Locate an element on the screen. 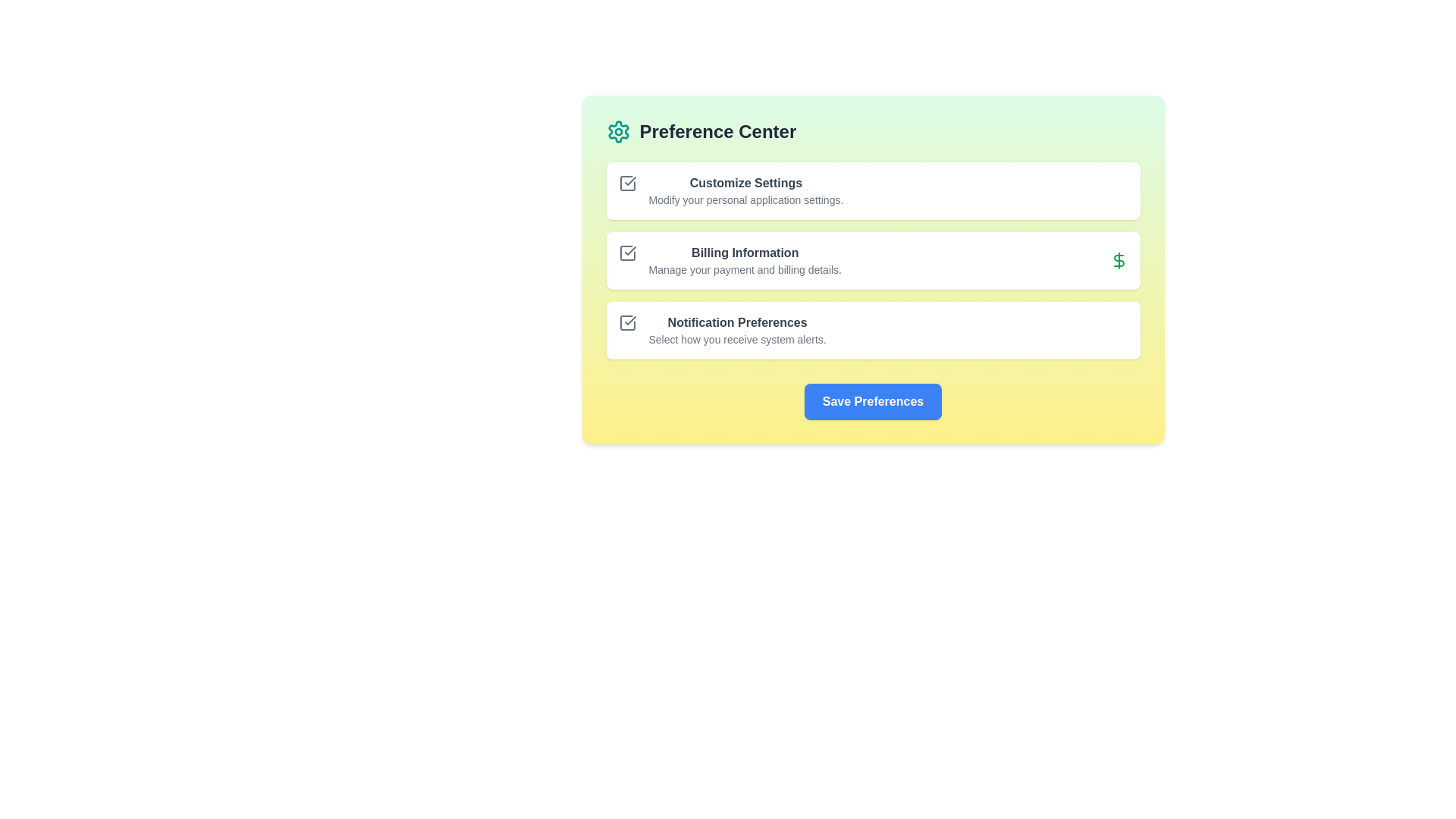 The height and width of the screenshot is (819, 1456). contents of the 'Billing Information' text block with a descriptive icon, which labels and describes the purpose of managing payment and billing information is located at coordinates (730, 259).